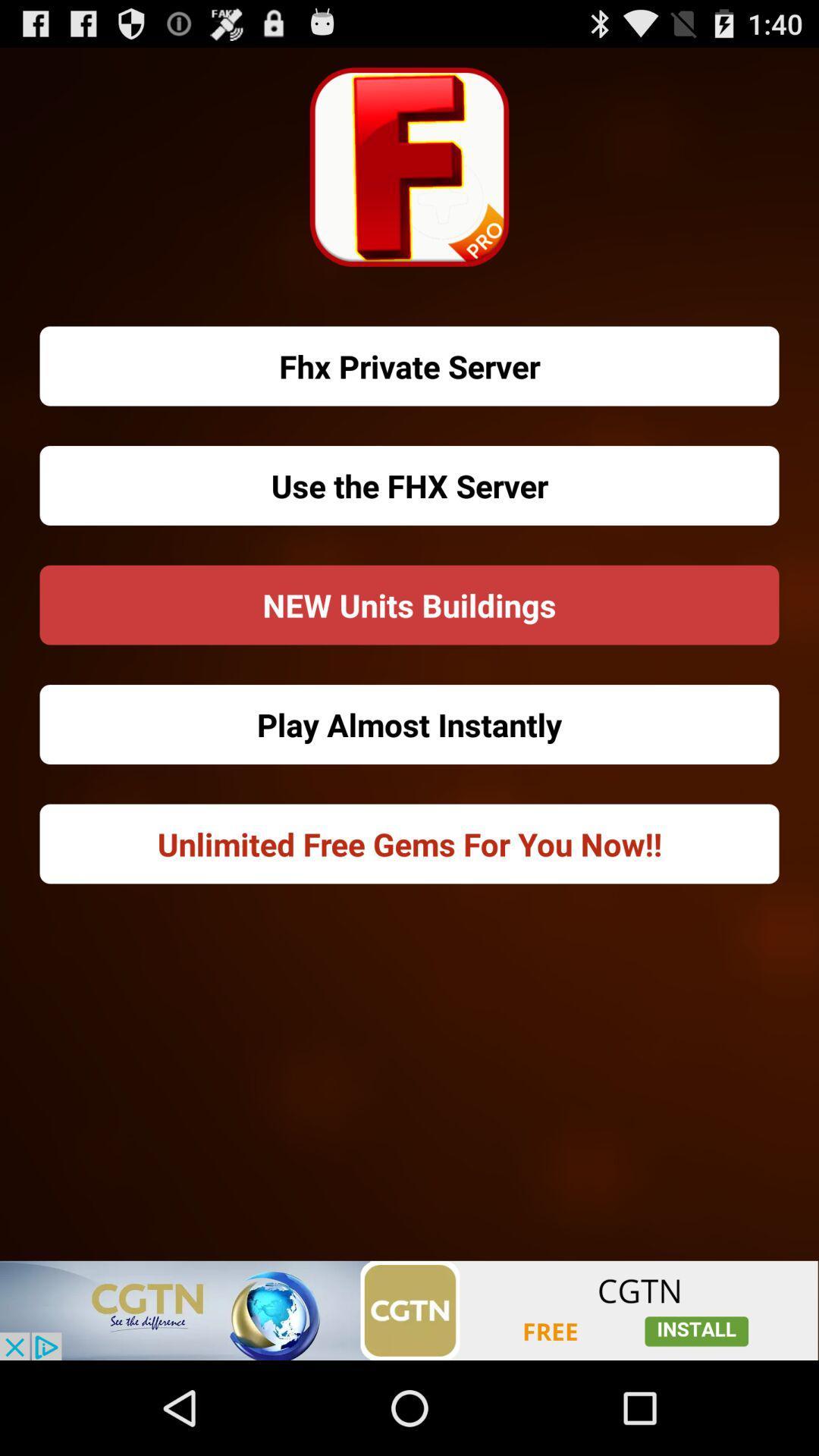 The width and height of the screenshot is (819, 1456). Describe the element at coordinates (409, 1310) in the screenshot. I see `visit cgtn website` at that location.